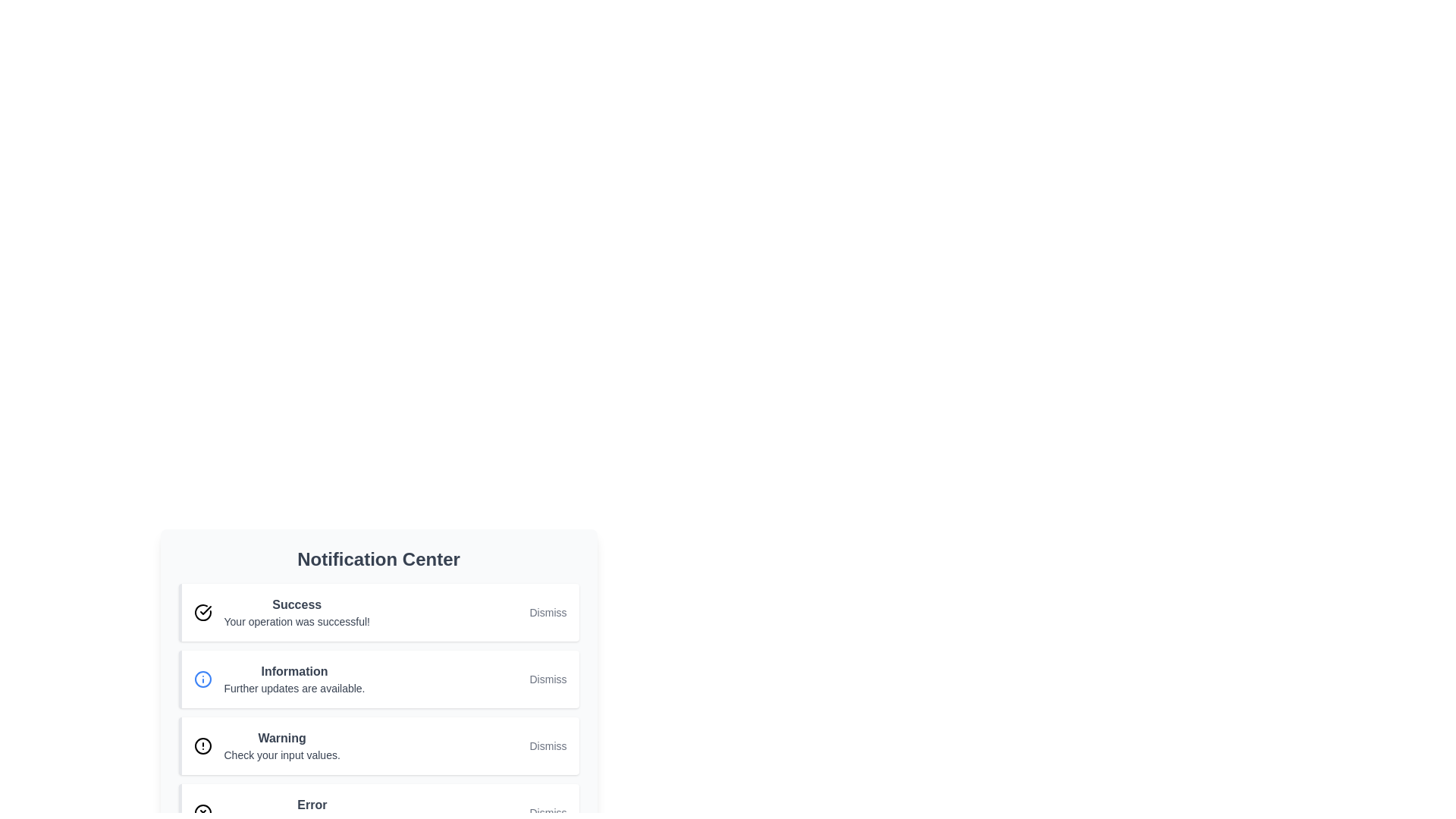  Describe the element at coordinates (202, 678) in the screenshot. I see `the circular SVG graphic component of the information icon in the second row of the notification list for notification type identification` at that location.